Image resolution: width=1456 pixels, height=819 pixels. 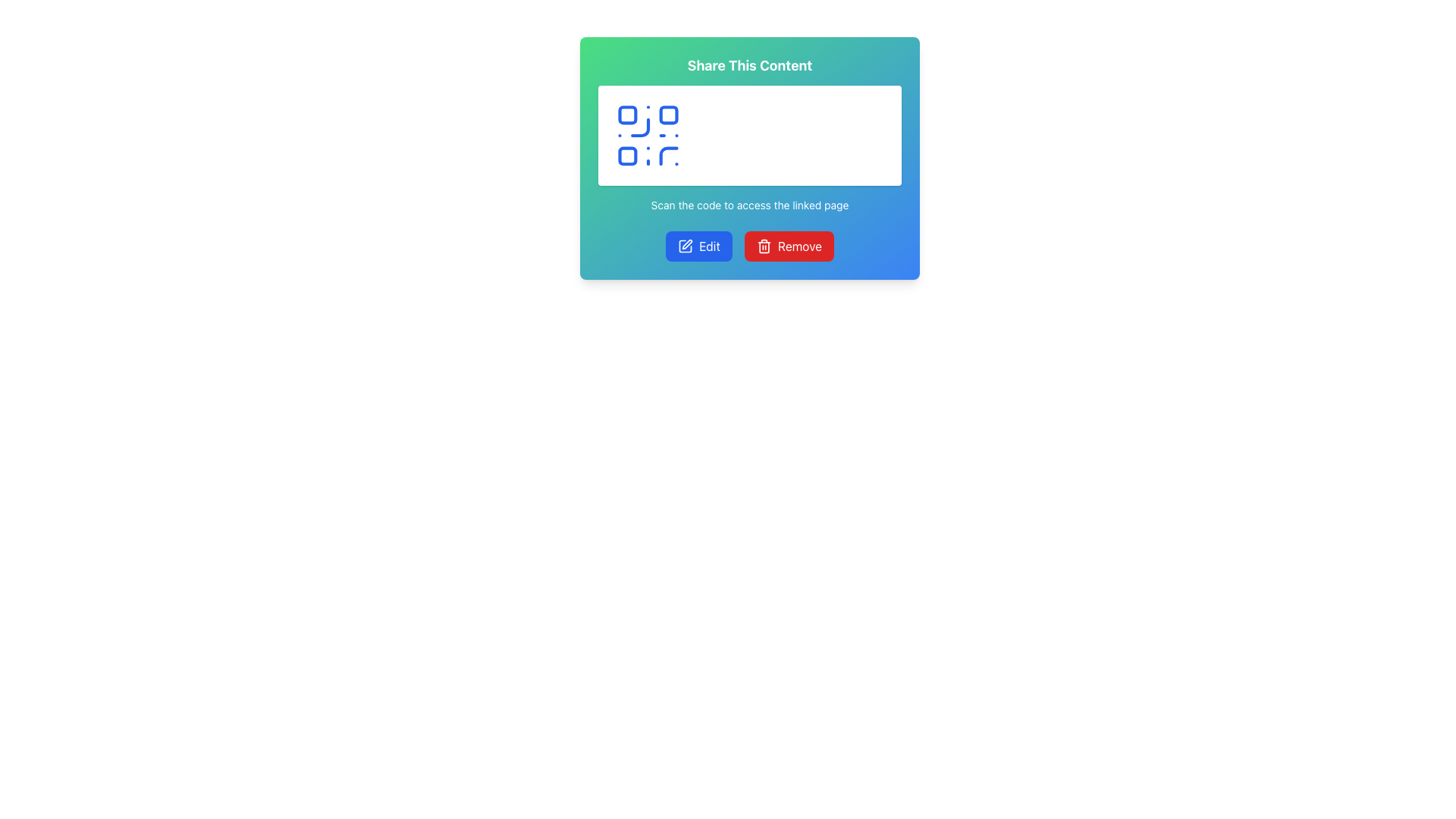 I want to click on the QR code icon located in the upper-left corner of the central modal card to interact with it, so click(x=648, y=134).